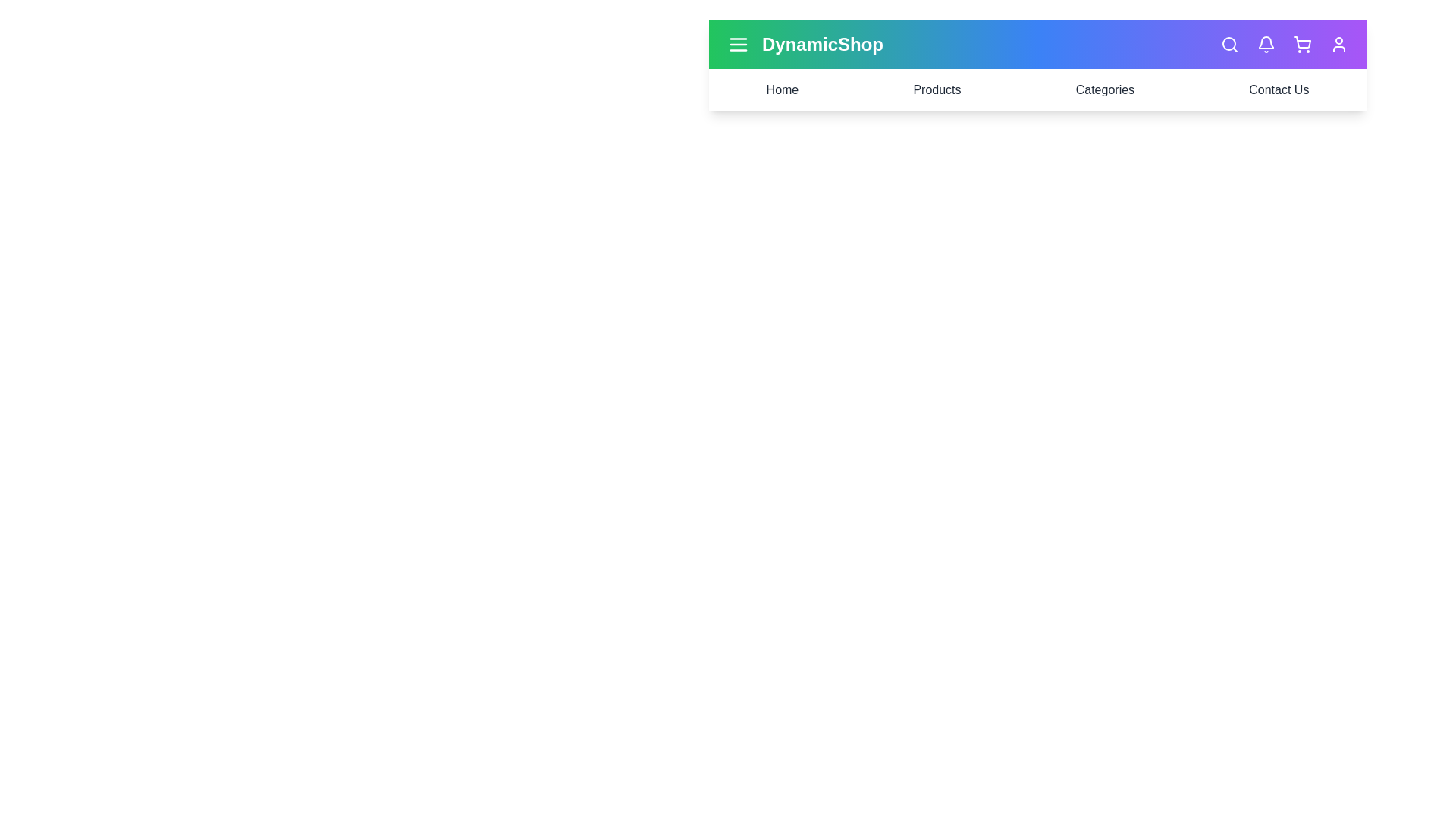 This screenshot has width=1456, height=819. What do you see at coordinates (1278, 90) in the screenshot?
I see `the navigation link labeled Contact Us` at bounding box center [1278, 90].